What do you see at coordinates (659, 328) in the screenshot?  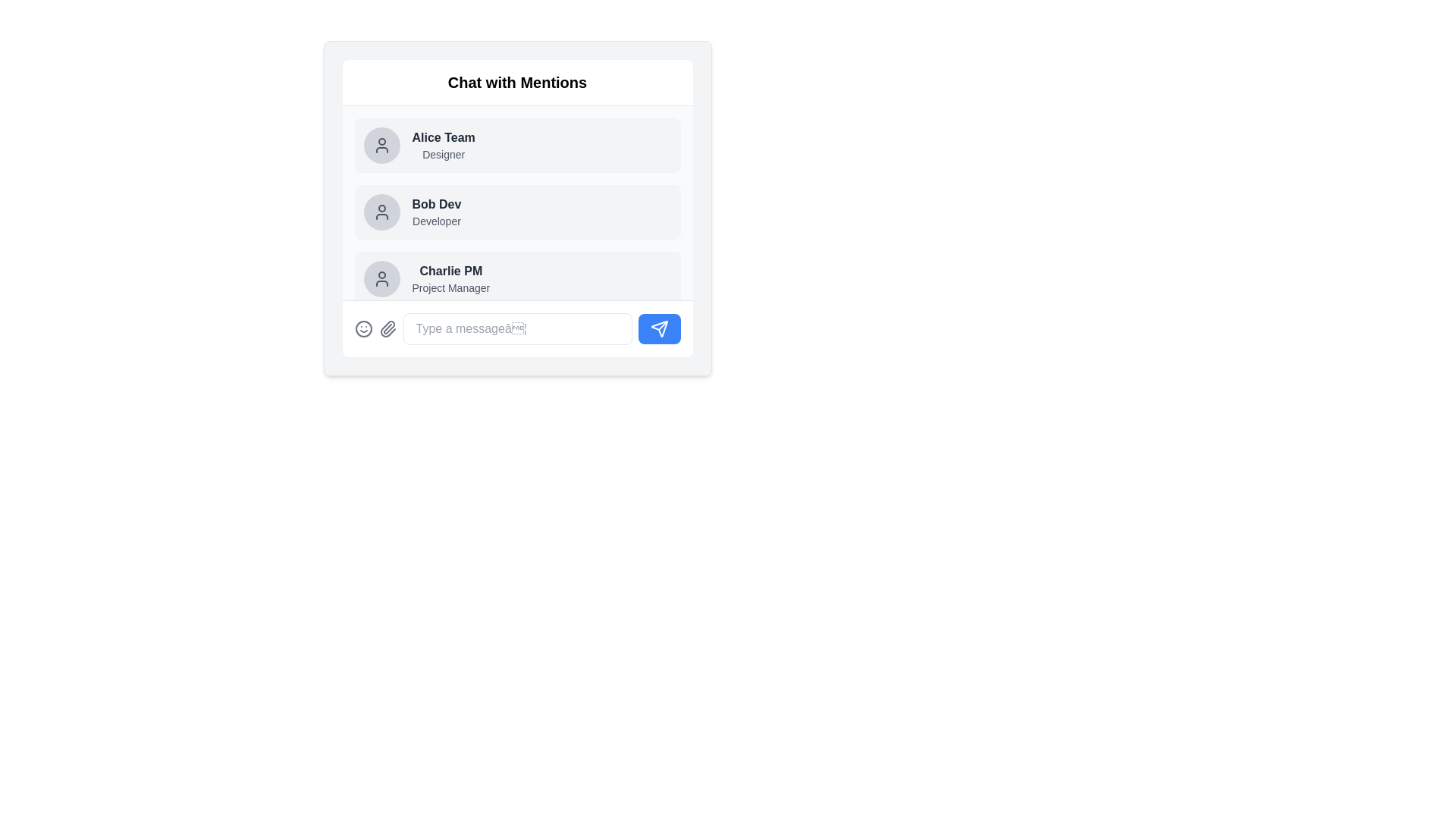 I see `the 'Send' icon located at the bottom-right corner of the chat interface to send the typed message` at bounding box center [659, 328].